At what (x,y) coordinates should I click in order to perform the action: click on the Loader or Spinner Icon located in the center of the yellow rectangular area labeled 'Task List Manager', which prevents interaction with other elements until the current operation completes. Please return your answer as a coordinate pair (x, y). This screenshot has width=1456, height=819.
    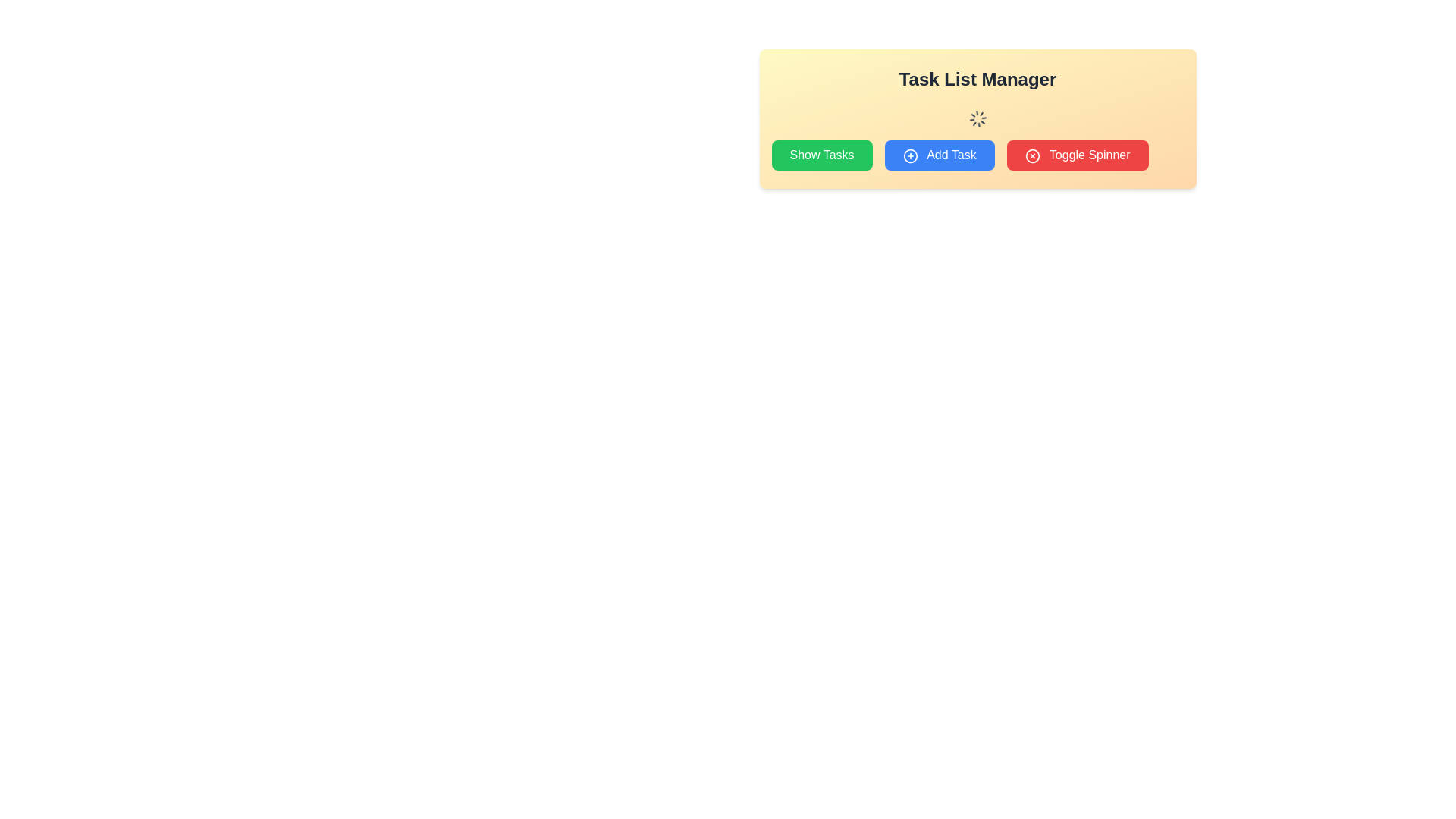
    Looking at the image, I should click on (977, 118).